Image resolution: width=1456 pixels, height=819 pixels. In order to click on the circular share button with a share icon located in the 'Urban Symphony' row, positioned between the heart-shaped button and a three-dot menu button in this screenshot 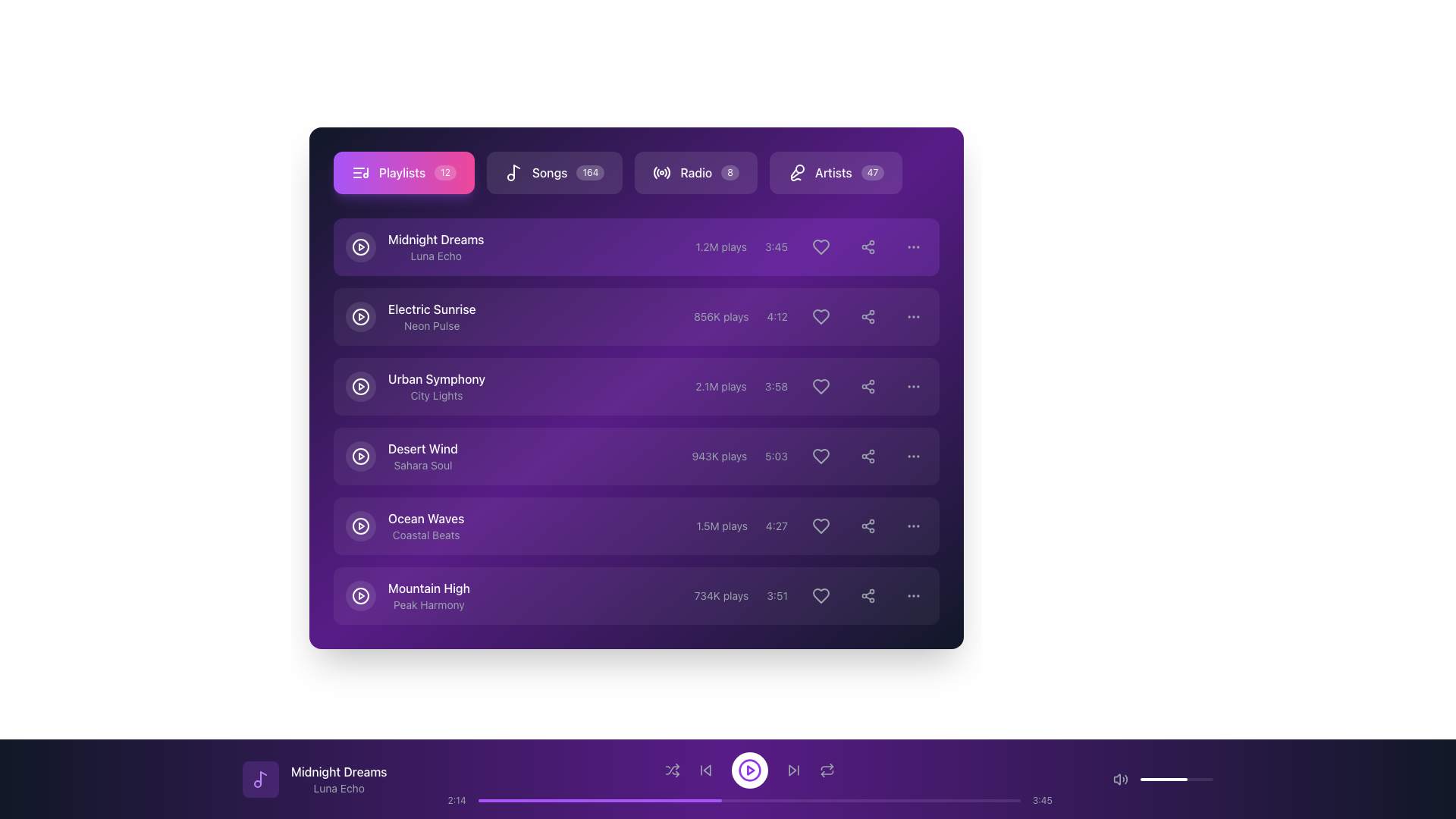, I will do `click(868, 385)`.